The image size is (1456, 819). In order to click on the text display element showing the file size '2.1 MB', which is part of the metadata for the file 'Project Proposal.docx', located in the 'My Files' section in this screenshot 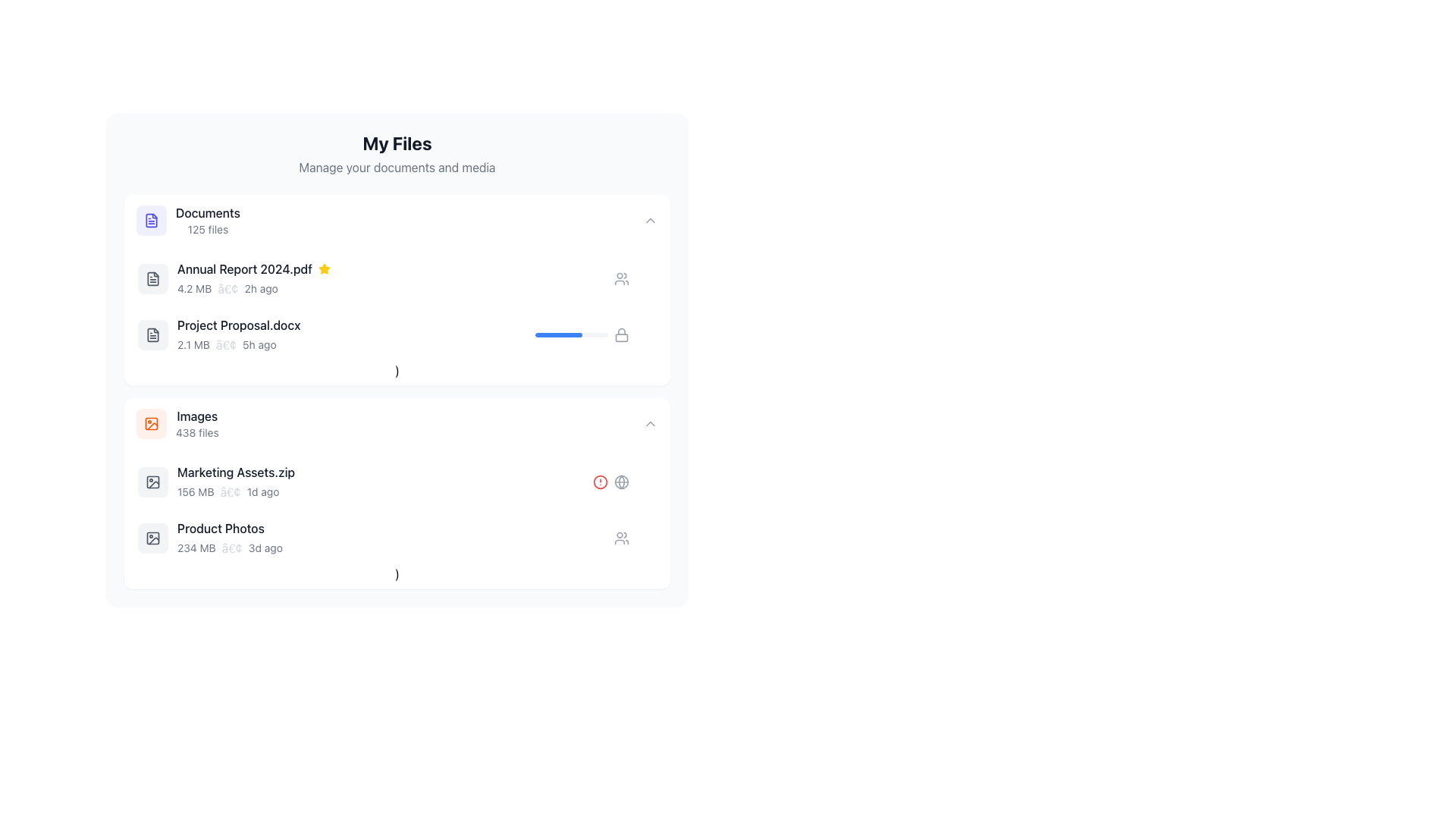, I will do `click(193, 345)`.